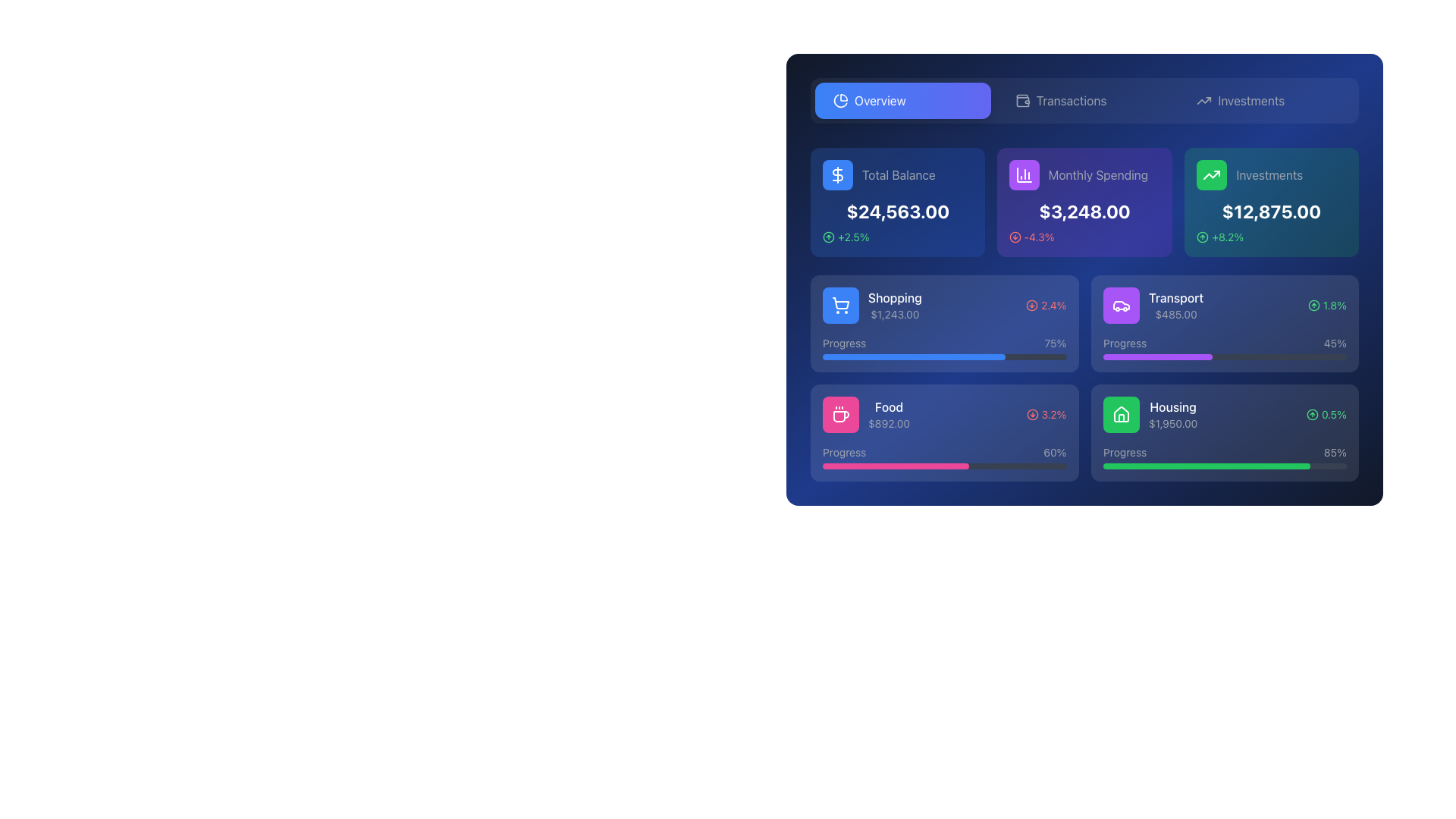 Image resolution: width=1456 pixels, height=819 pixels. What do you see at coordinates (1333, 415) in the screenshot?
I see `the static text component displaying a percentage related to the 'Housing' category, located in the bottom-right card of the interface, near the upper-right corner adjacent to a circular icon with an upward arrow` at bounding box center [1333, 415].